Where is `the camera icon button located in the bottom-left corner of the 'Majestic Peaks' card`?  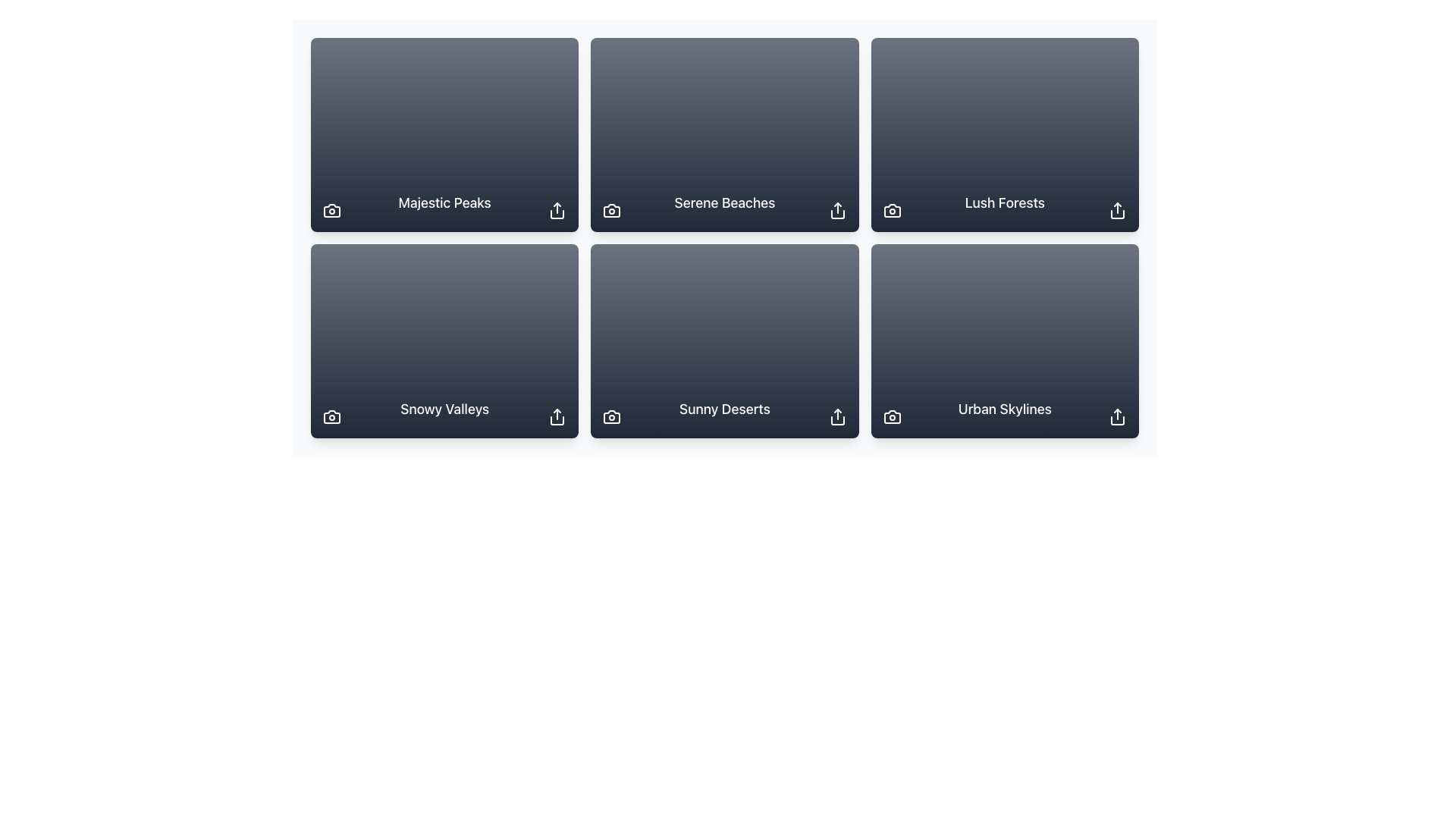
the camera icon button located in the bottom-left corner of the 'Majestic Peaks' card is located at coordinates (331, 210).